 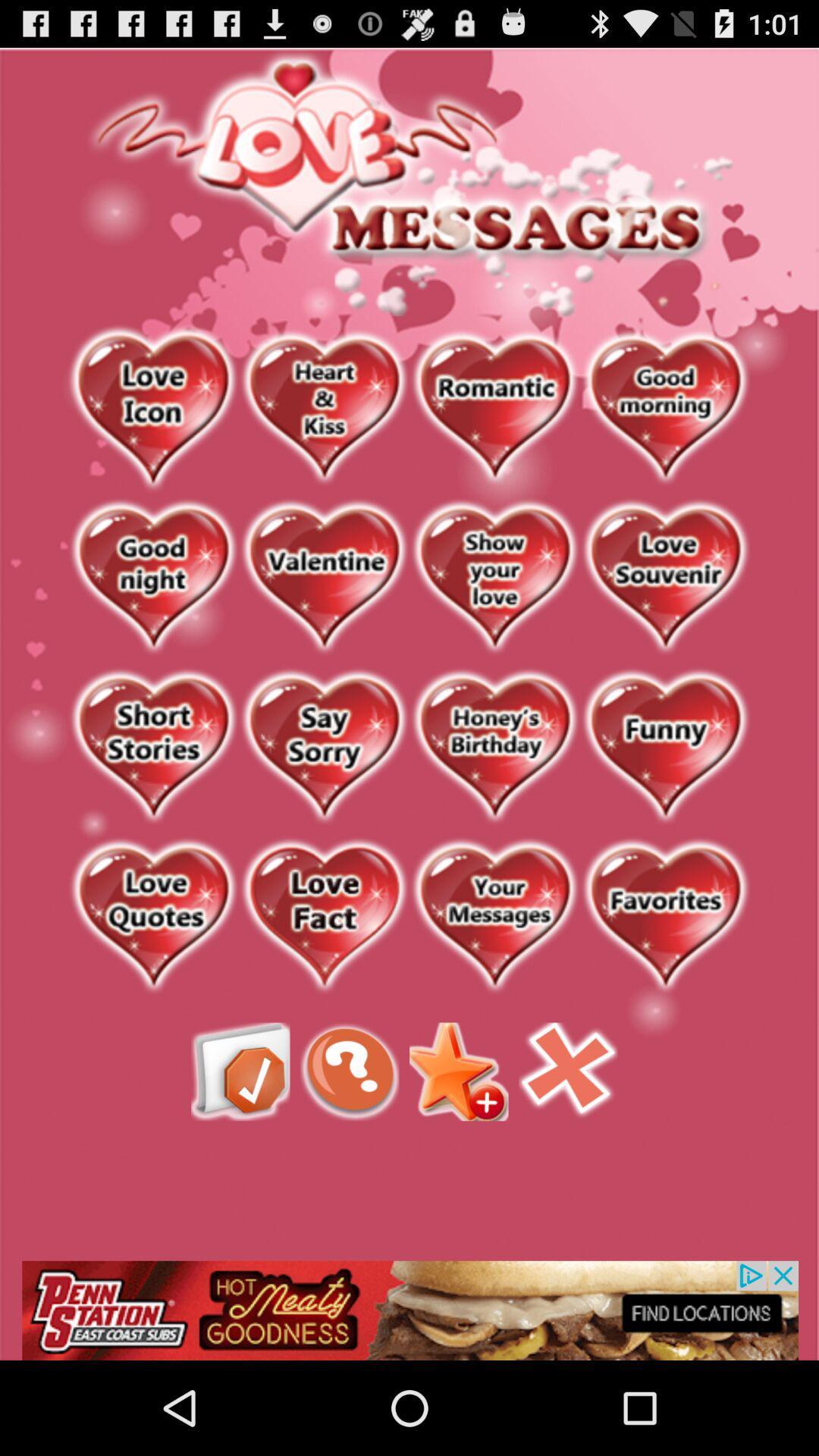 What do you see at coordinates (323, 916) in the screenshot?
I see `advertisement` at bounding box center [323, 916].